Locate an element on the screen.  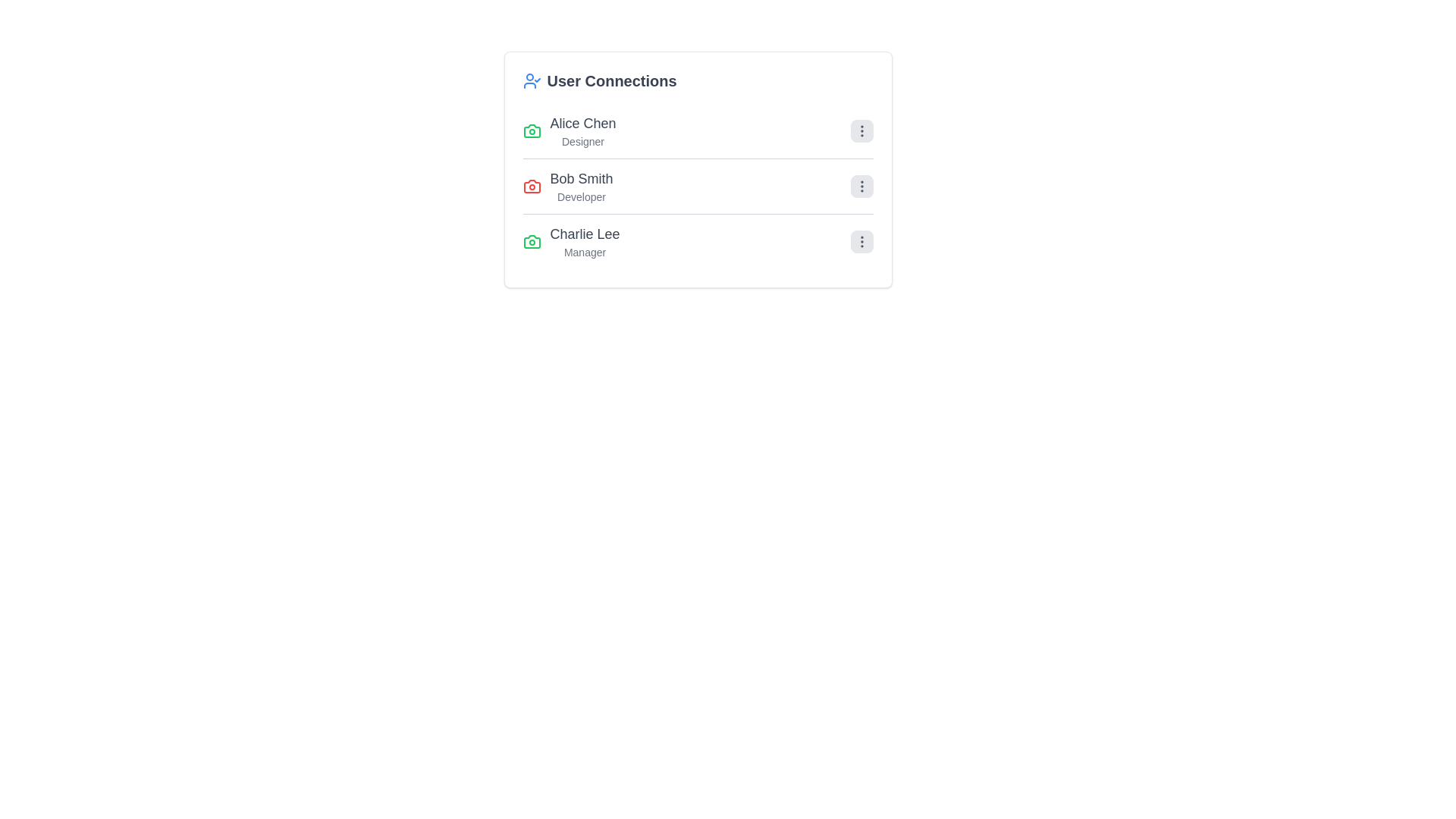
the text label indicating the job title 'Manager' for user Charlie Lee, located in the third row of the user connection list is located at coordinates (584, 251).